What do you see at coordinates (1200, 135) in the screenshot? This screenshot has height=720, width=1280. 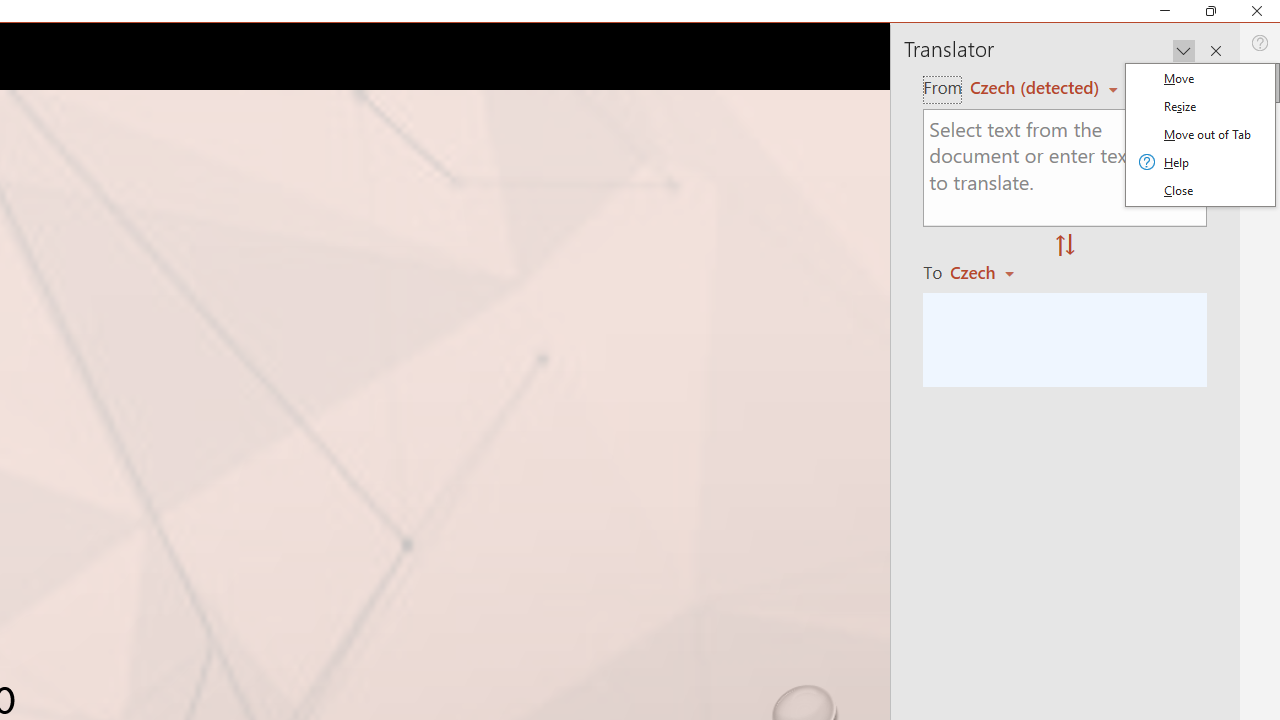 I see `'Class: Net UI Tool Window'` at bounding box center [1200, 135].